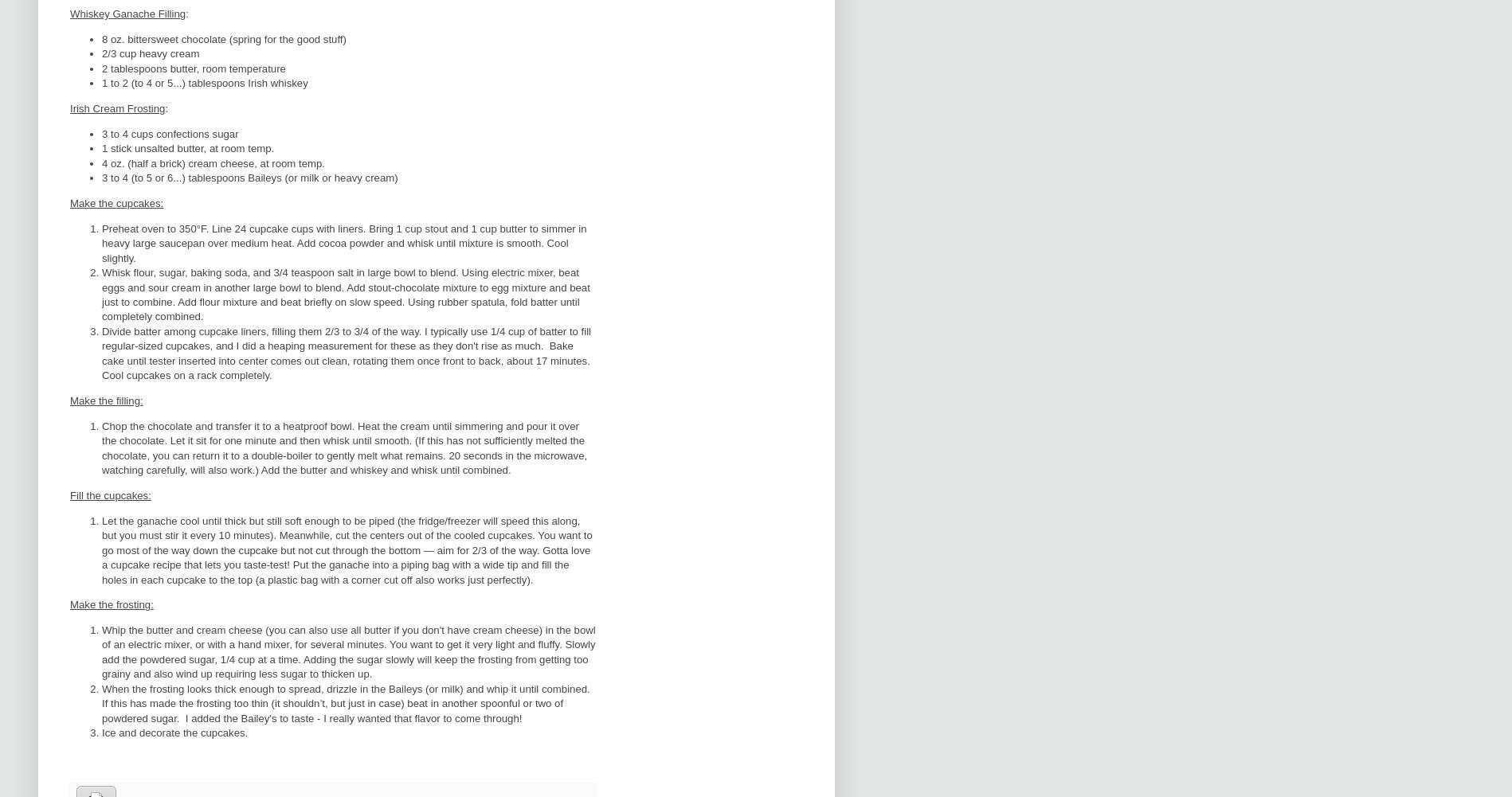 This screenshot has height=797, width=1512. Describe the element at coordinates (203, 82) in the screenshot. I see `'1 to 2 (to 4 or 5...) tablespoons Irish whiskey'` at that location.